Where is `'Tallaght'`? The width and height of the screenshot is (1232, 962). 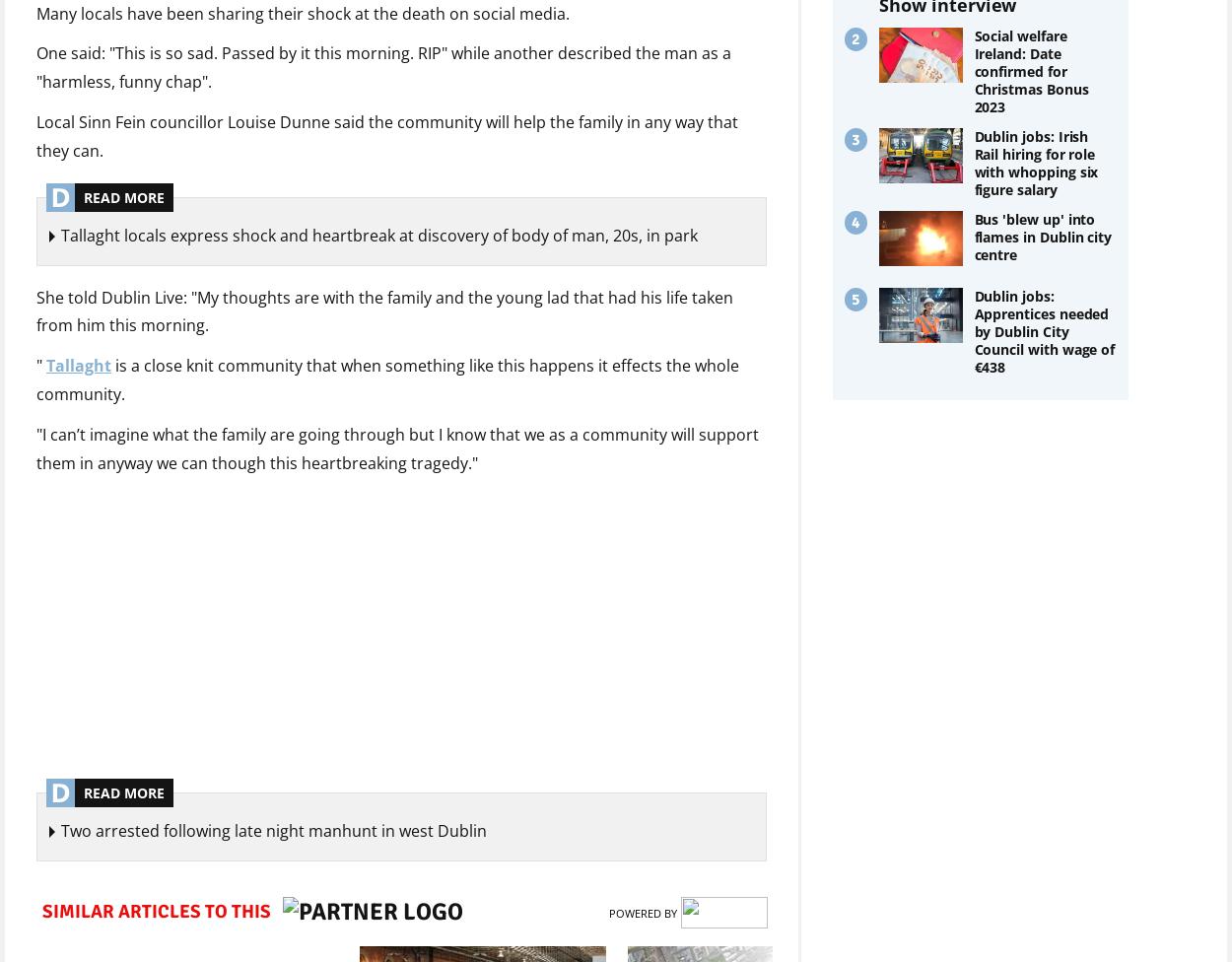
'Tallaght' is located at coordinates (46, 364).